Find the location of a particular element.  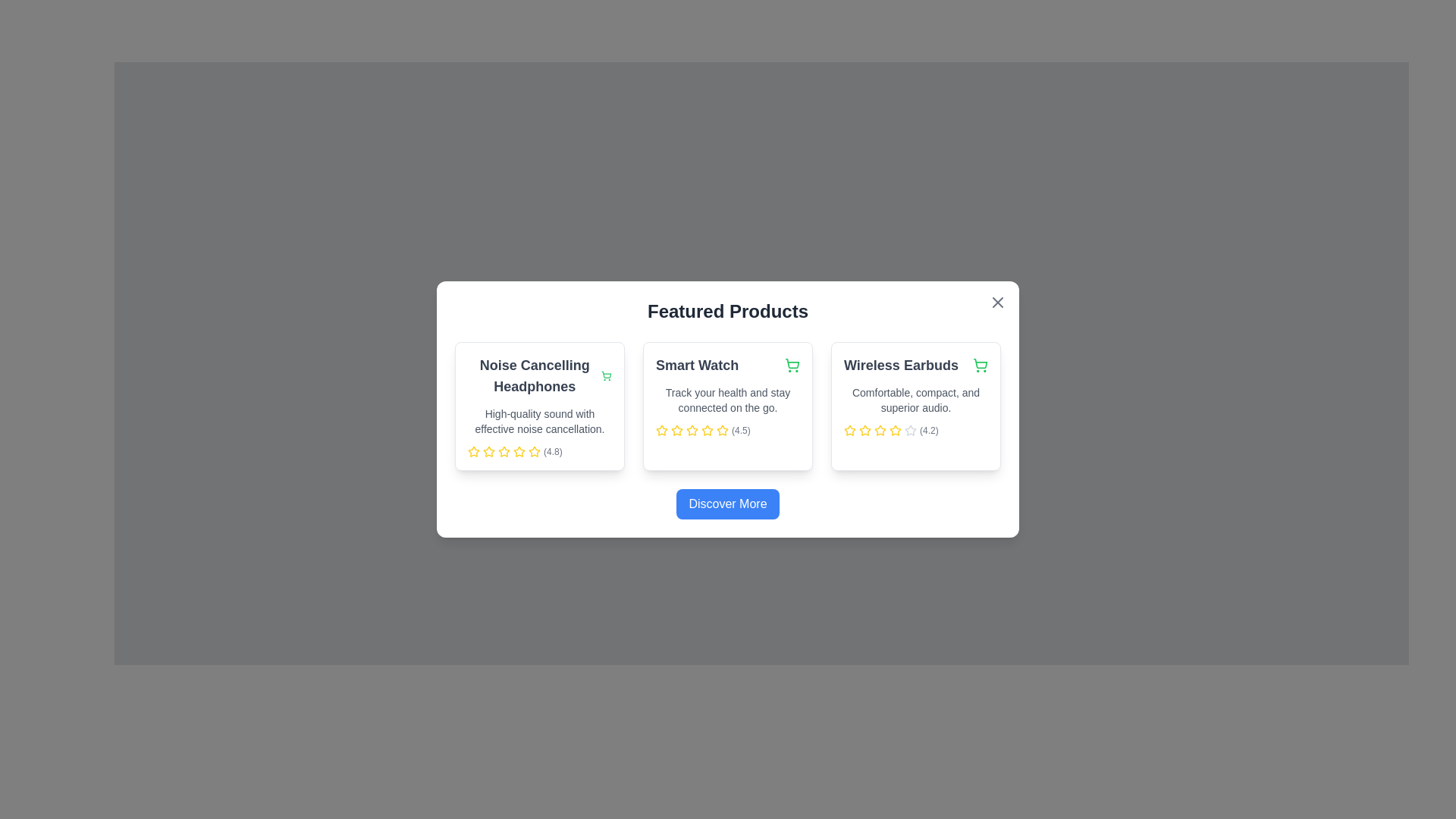

the third star in the five-star rating system located beneath the 'Smart Watch' product card in the 'Featured Products' section is located at coordinates (706, 430).